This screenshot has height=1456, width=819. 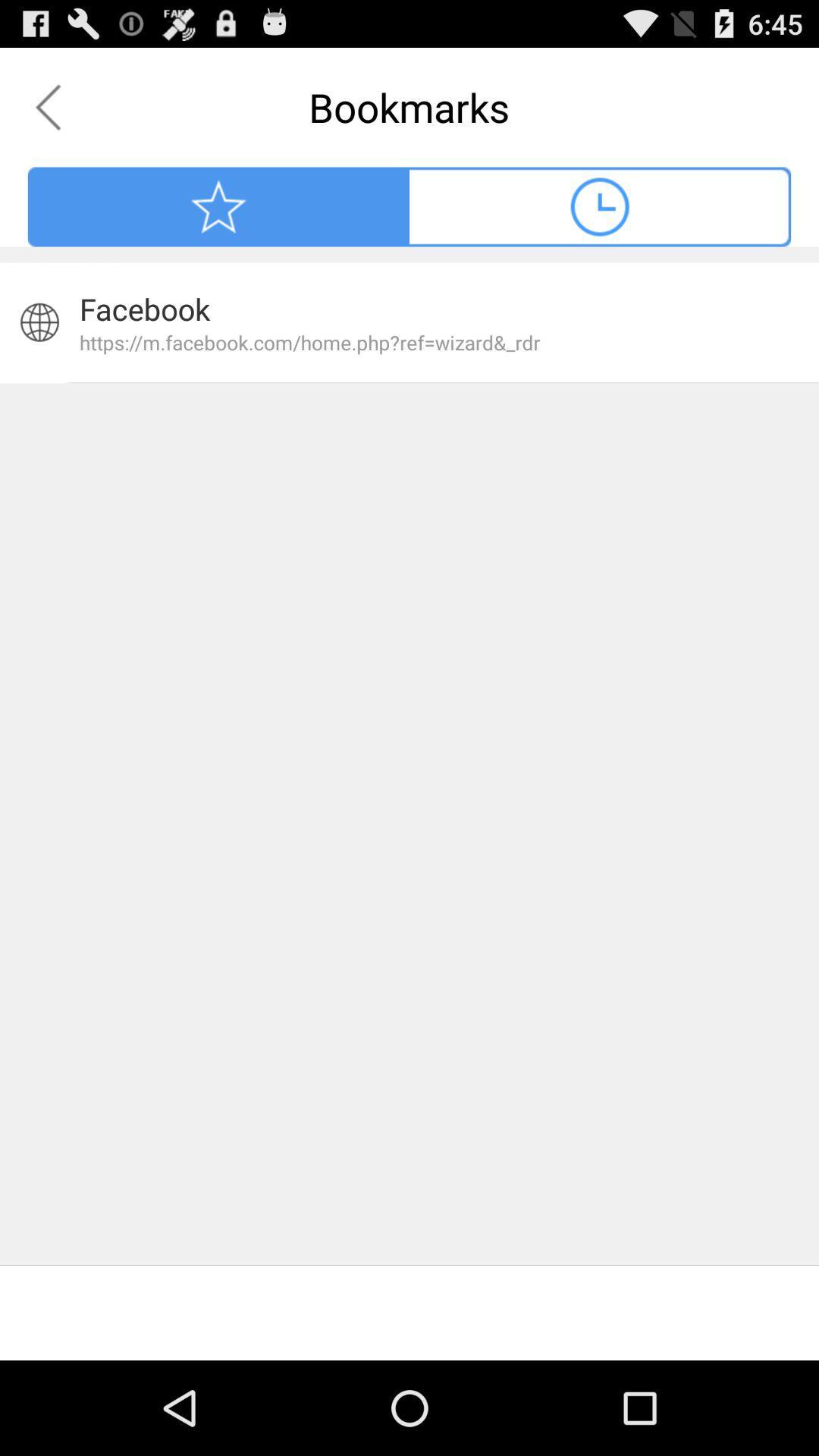 What do you see at coordinates (46, 114) in the screenshot?
I see `the arrow_backward icon` at bounding box center [46, 114].